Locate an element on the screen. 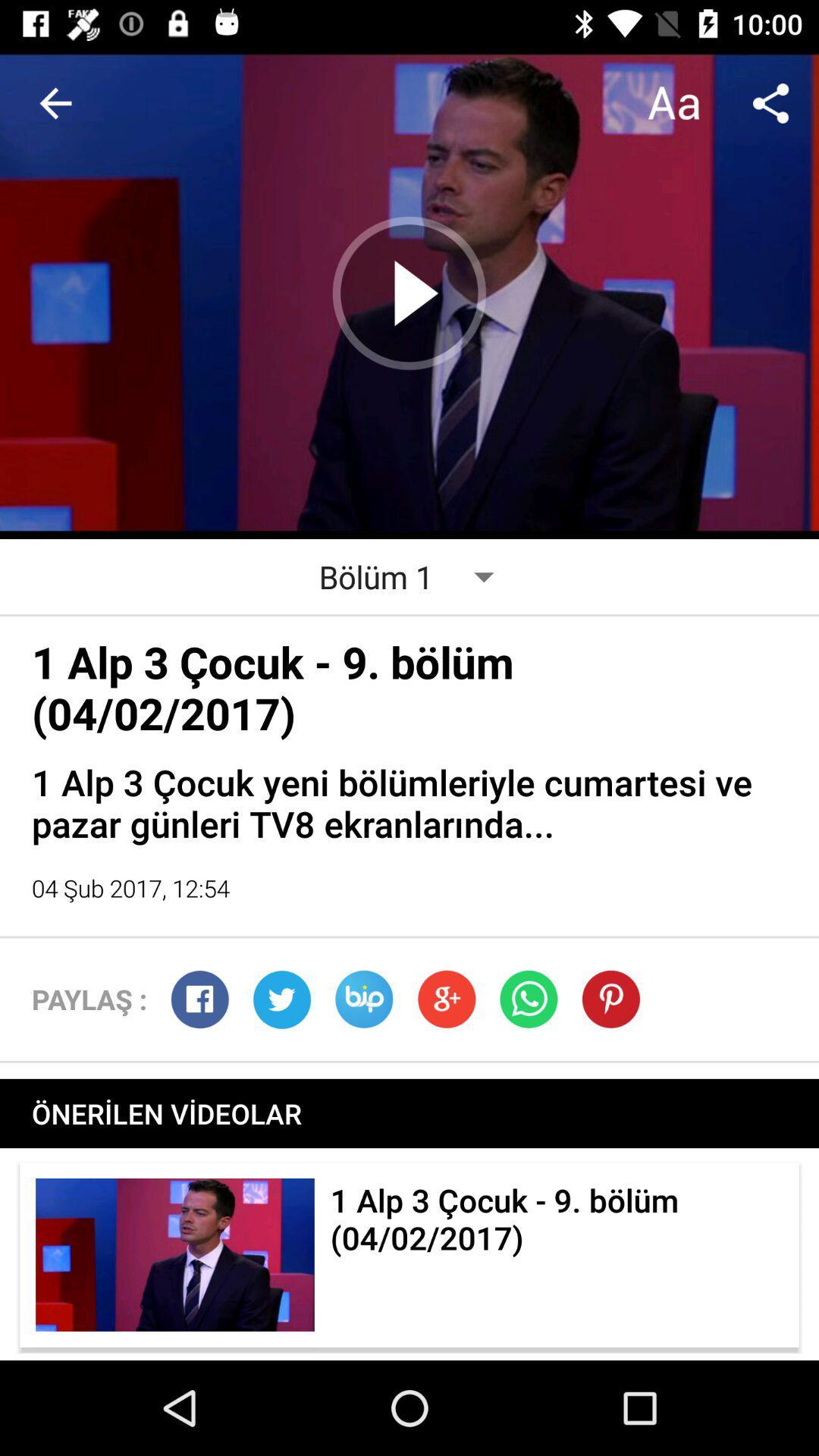 The image size is (819, 1456). the call icon is located at coordinates (528, 999).